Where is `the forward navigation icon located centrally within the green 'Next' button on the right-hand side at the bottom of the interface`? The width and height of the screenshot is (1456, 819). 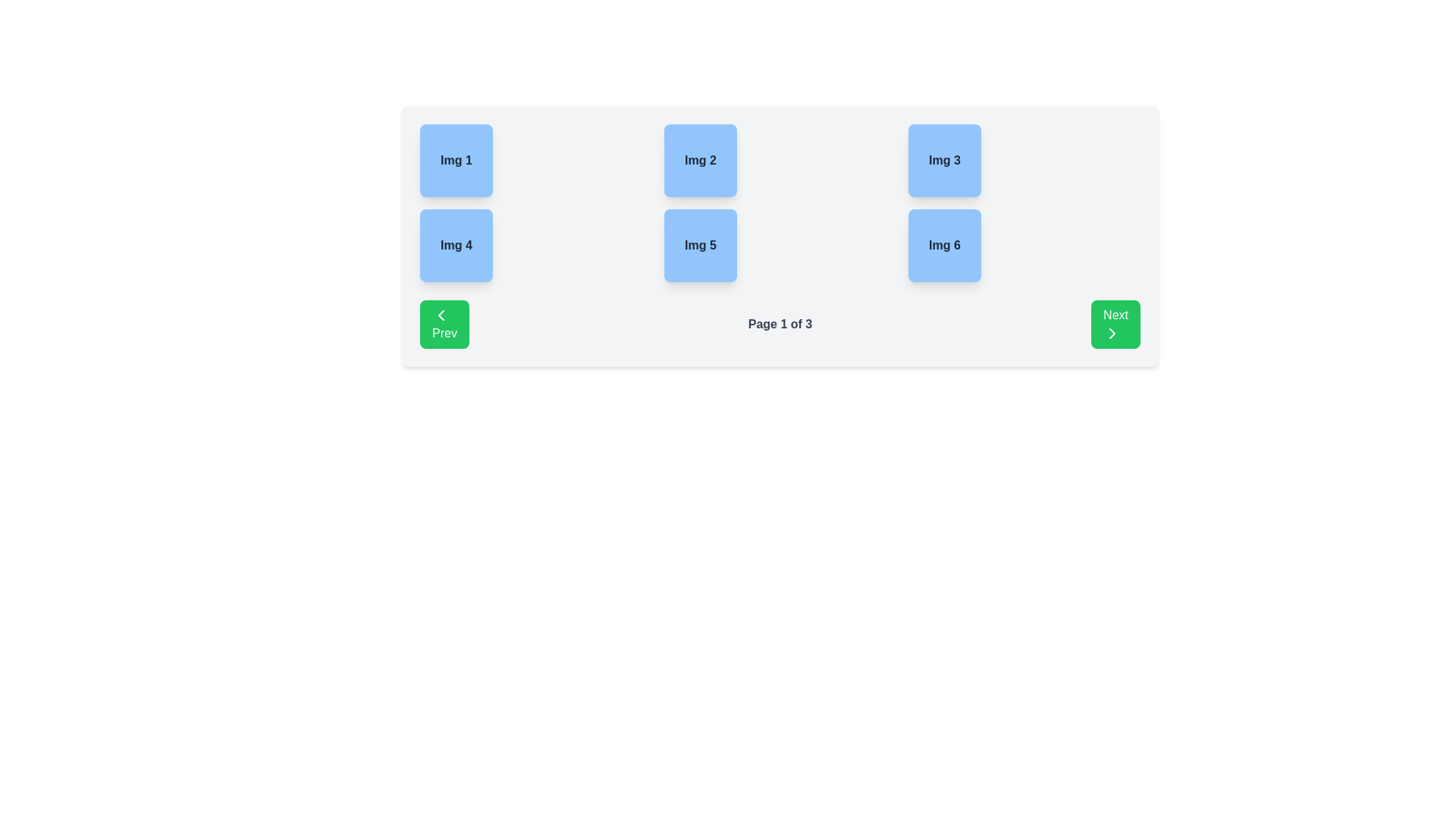
the forward navigation icon located centrally within the green 'Next' button on the right-hand side at the bottom of the interface is located at coordinates (1112, 332).